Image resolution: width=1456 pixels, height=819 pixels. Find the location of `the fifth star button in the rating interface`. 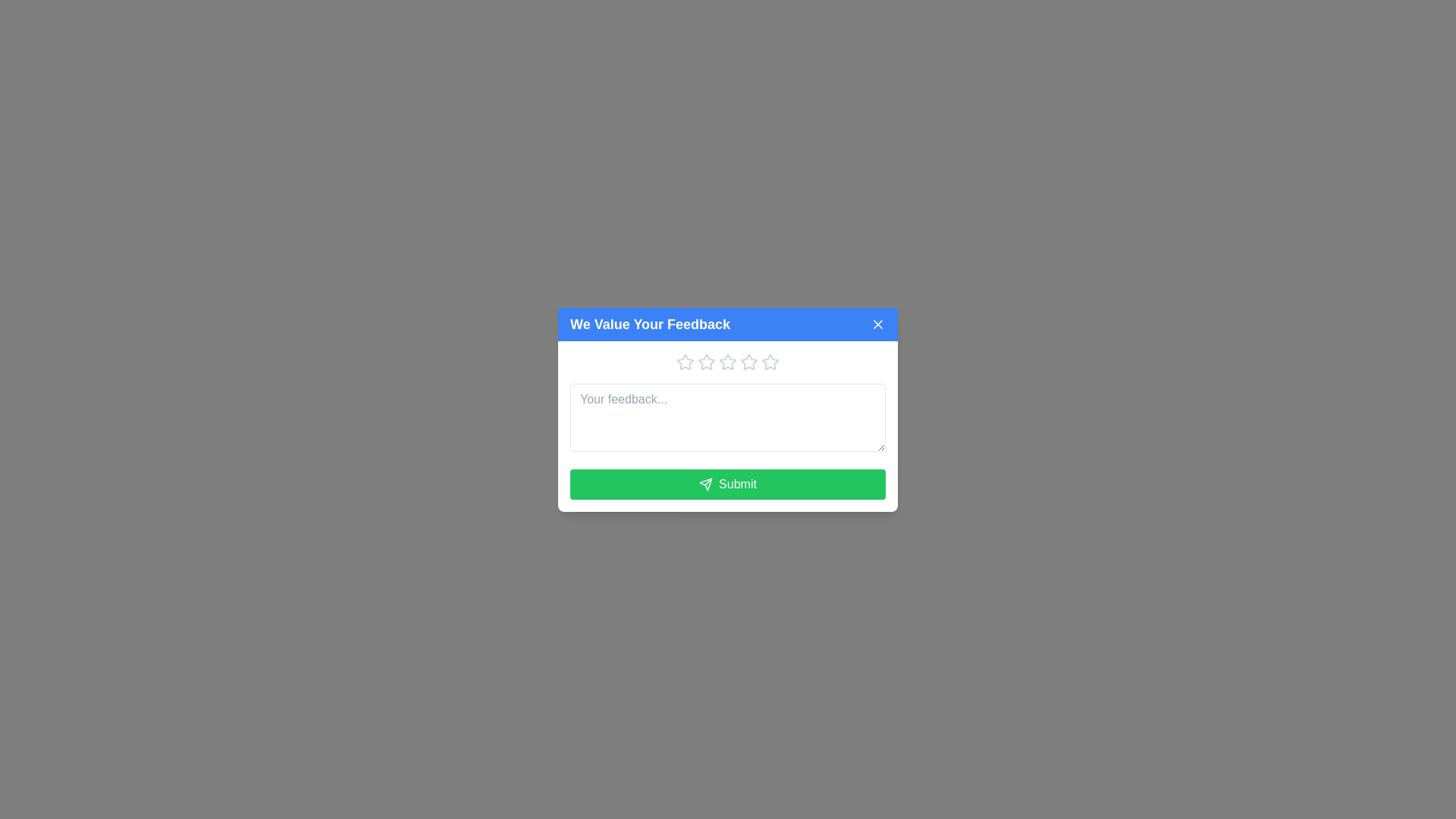

the fifth star button in the rating interface is located at coordinates (728, 362).